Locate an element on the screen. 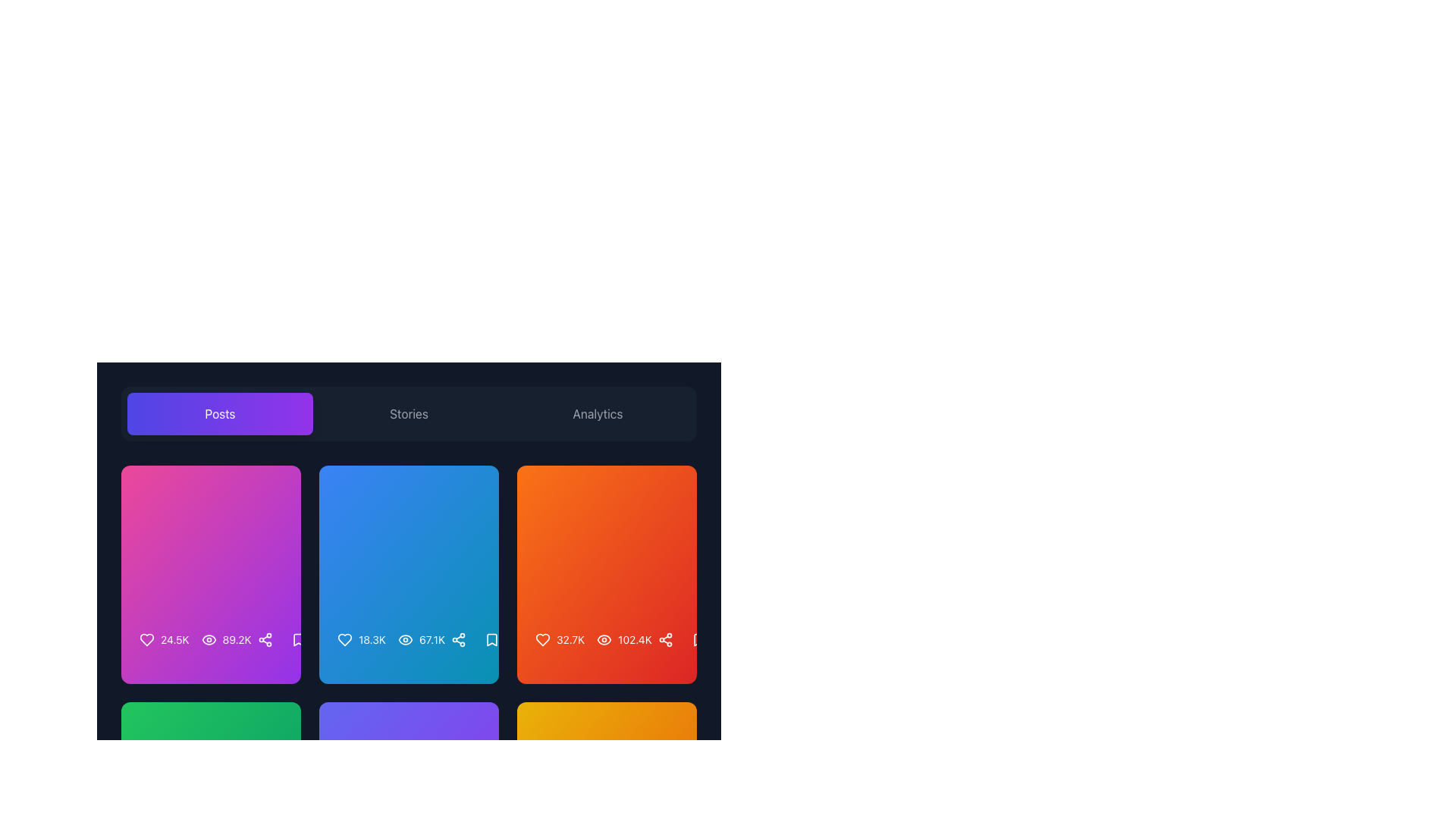  the text label '24.5K' styled with white color on a dark background, which is part of a card with a purple gradient background, located in the bottom left corner is located at coordinates (164, 640).